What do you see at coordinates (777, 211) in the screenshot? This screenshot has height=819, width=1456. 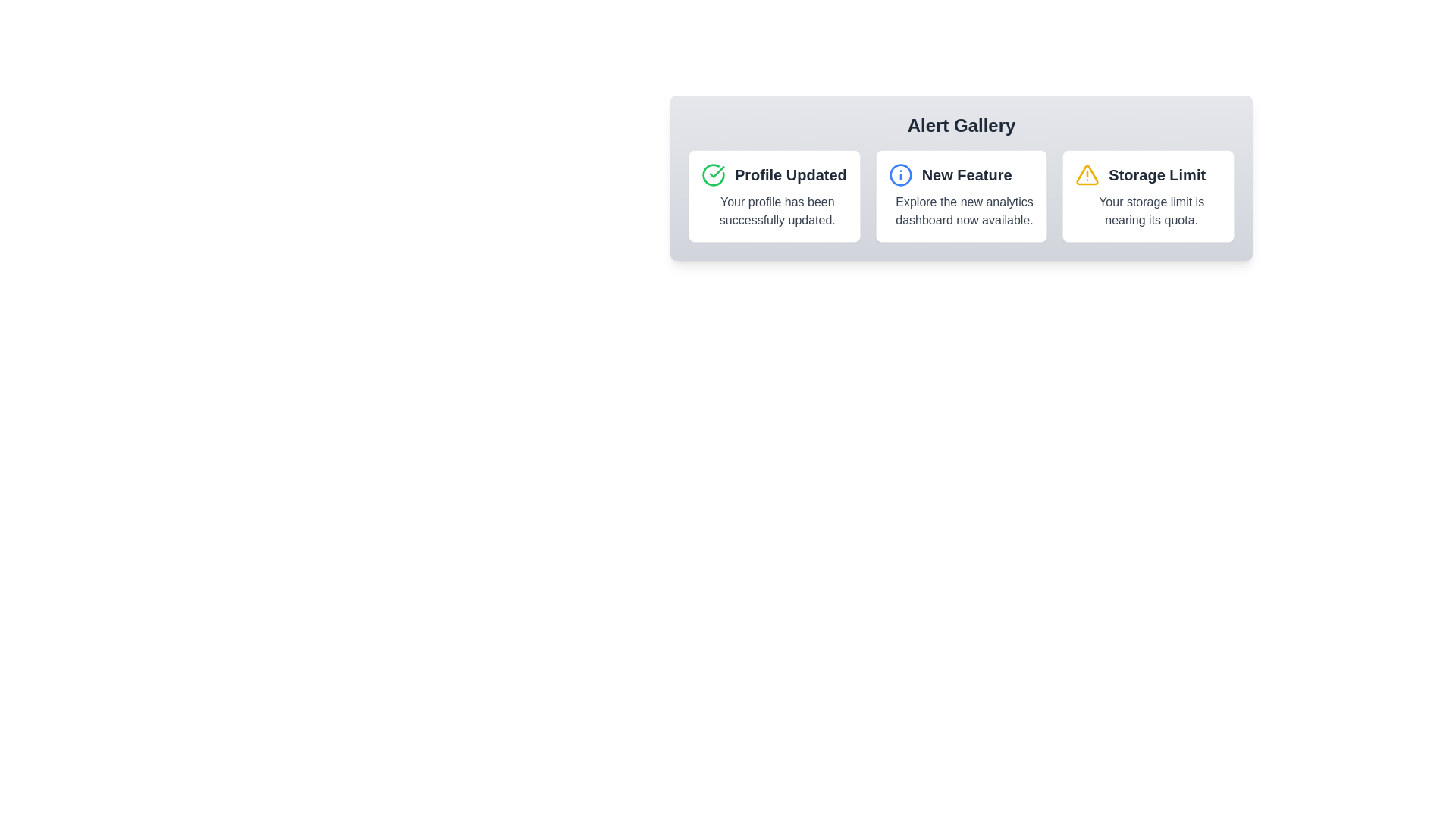 I see `informational message displayed in the 'Profile Updated' card, located beneath the title and aligned to the left` at bounding box center [777, 211].